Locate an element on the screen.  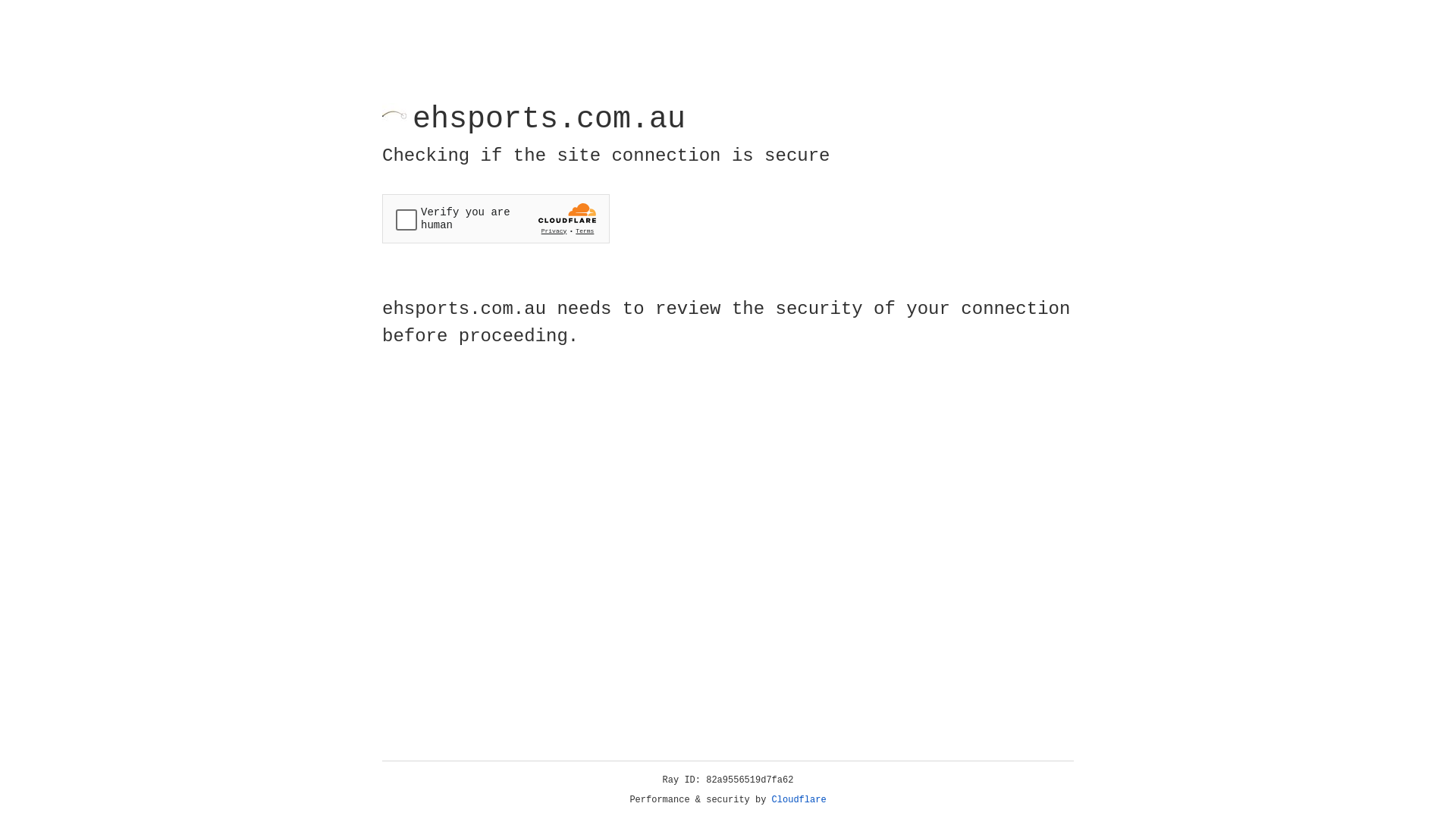
'Widget containing a Cloudflare security challenge' is located at coordinates (495, 218).